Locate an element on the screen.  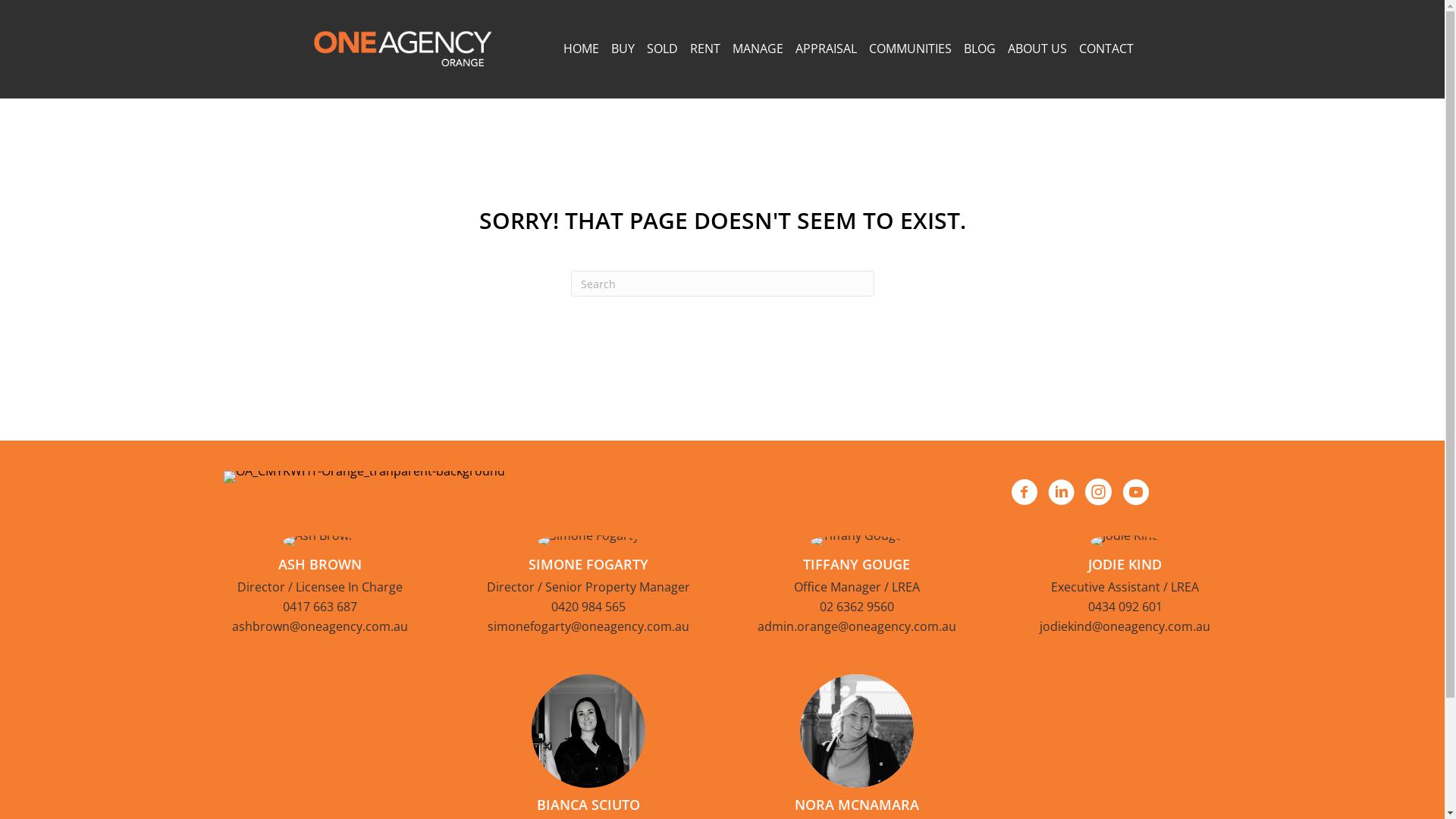
'ABOUT US' is located at coordinates (1036, 48).